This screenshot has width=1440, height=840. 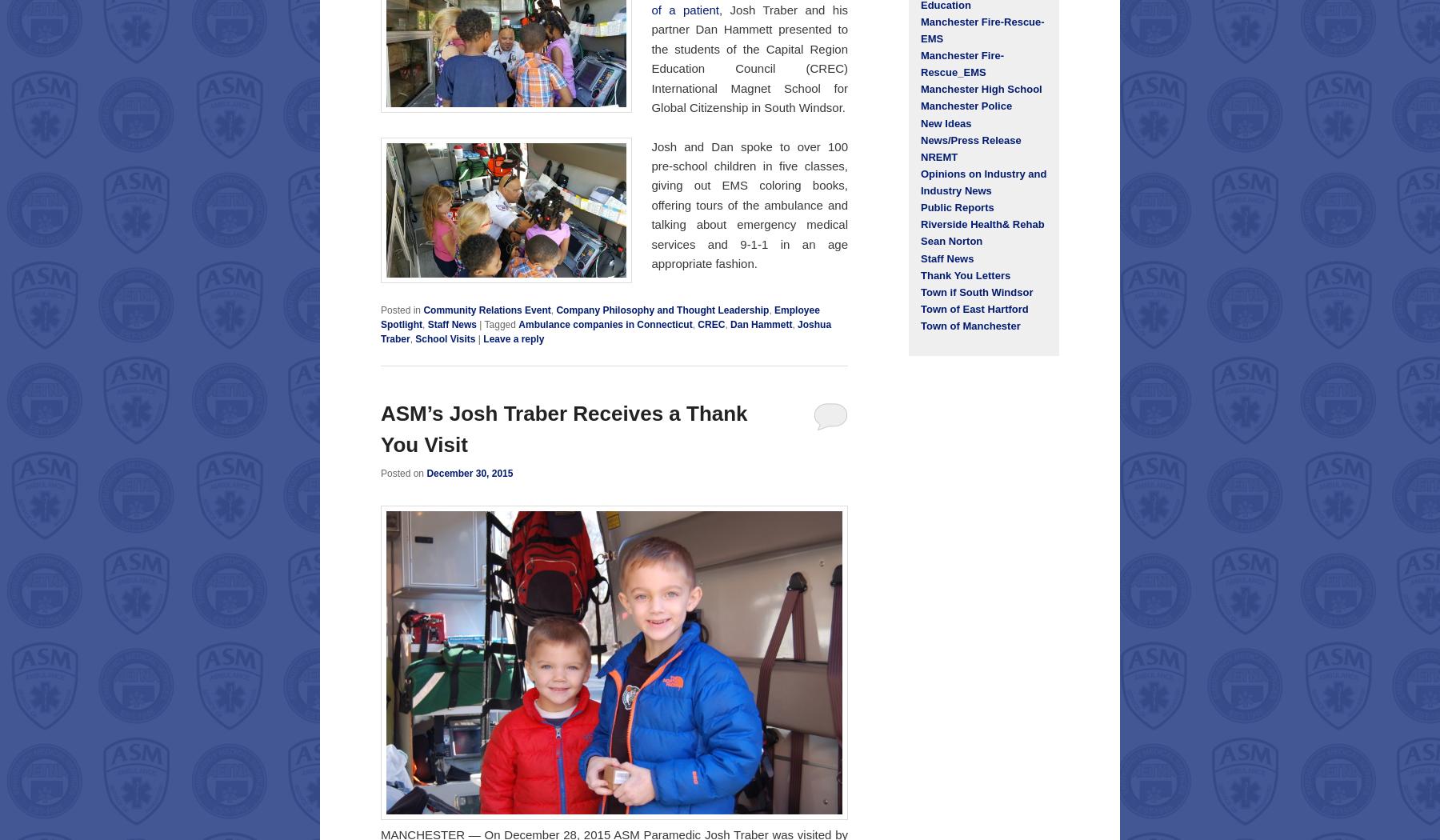 What do you see at coordinates (919, 122) in the screenshot?
I see `'New Ideas'` at bounding box center [919, 122].